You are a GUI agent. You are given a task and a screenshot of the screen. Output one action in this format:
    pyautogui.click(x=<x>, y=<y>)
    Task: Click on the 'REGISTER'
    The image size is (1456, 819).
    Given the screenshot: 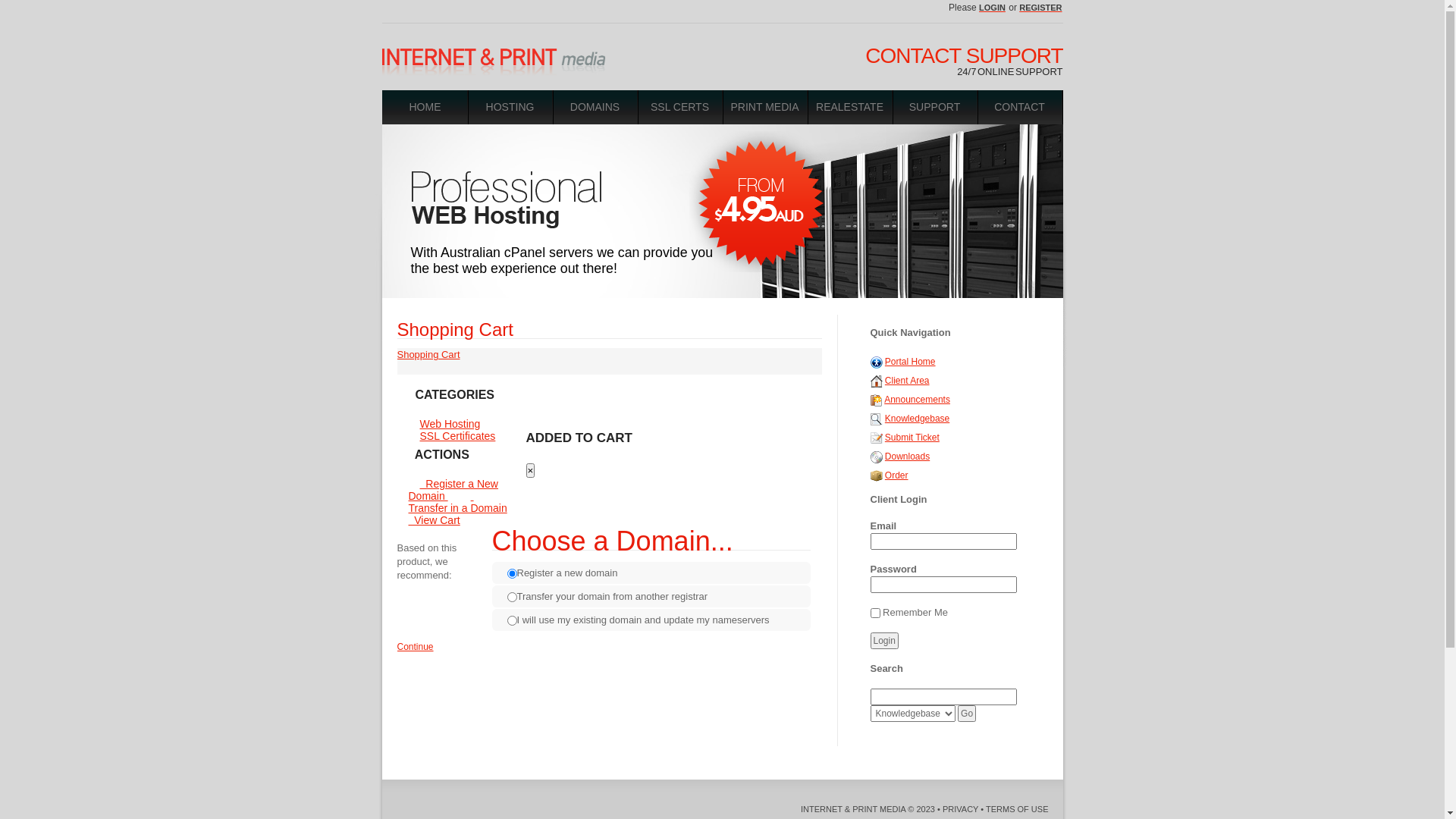 What is the action you would take?
    pyautogui.click(x=1040, y=8)
    